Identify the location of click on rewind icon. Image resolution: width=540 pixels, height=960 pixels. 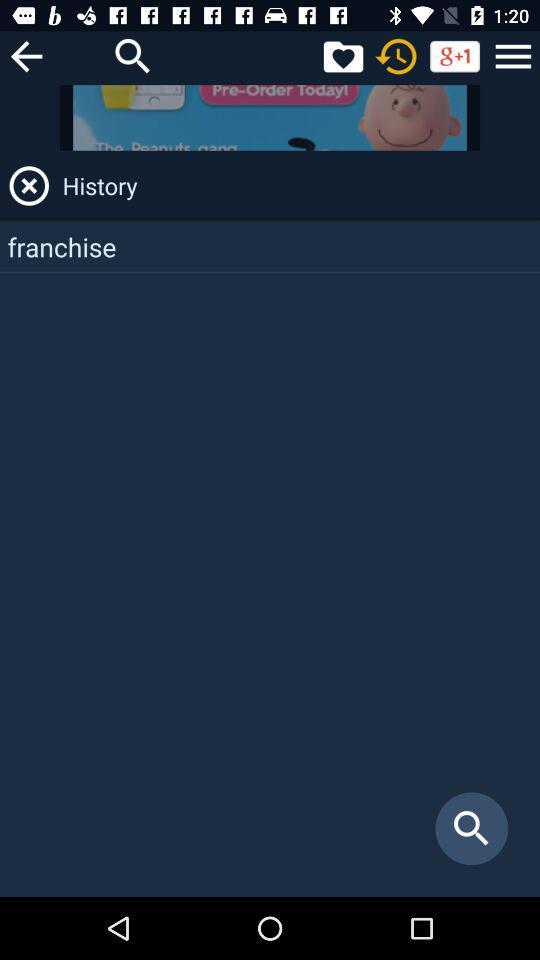
(396, 55).